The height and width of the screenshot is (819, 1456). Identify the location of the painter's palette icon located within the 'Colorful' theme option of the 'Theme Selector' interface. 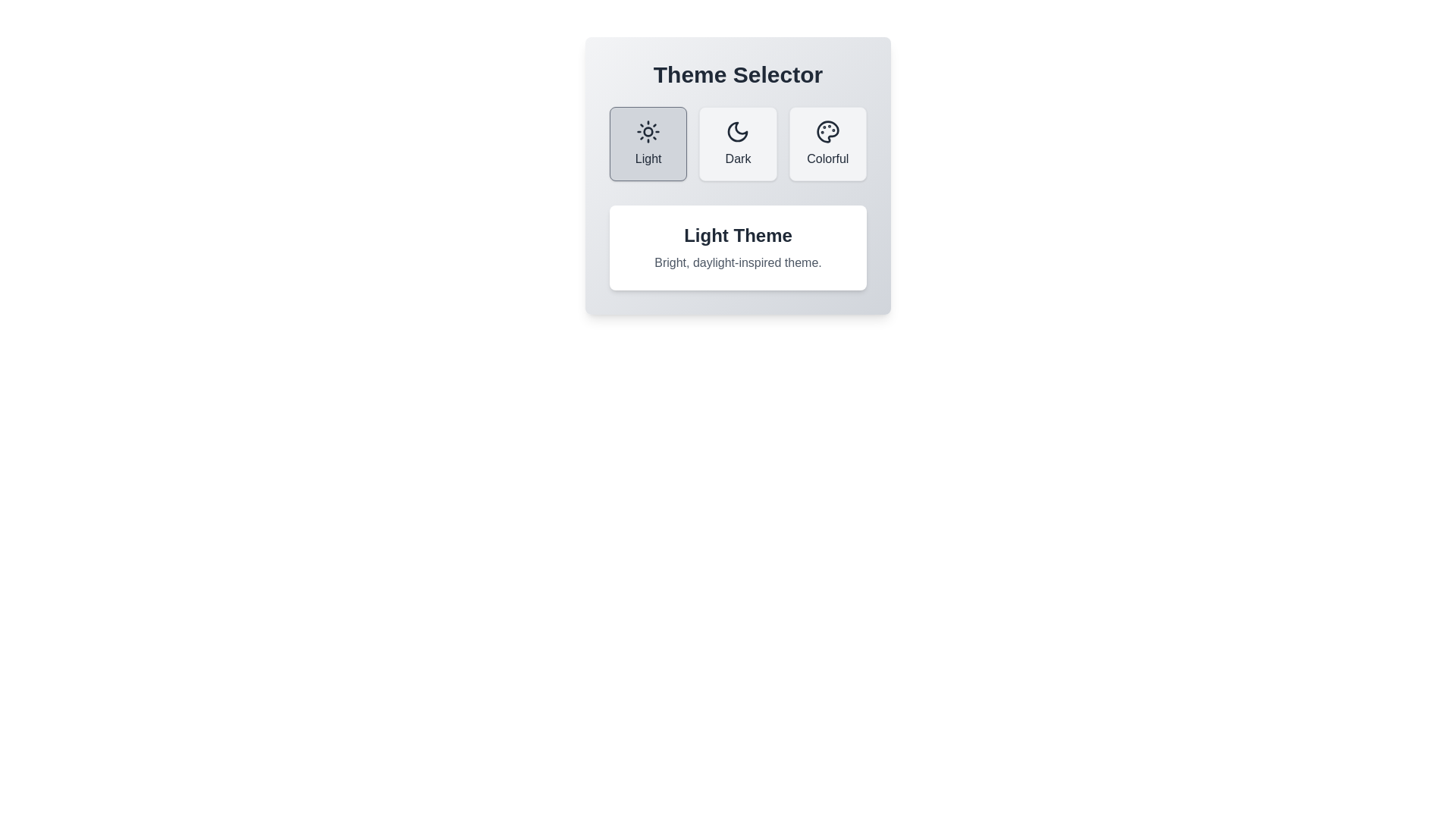
(827, 130).